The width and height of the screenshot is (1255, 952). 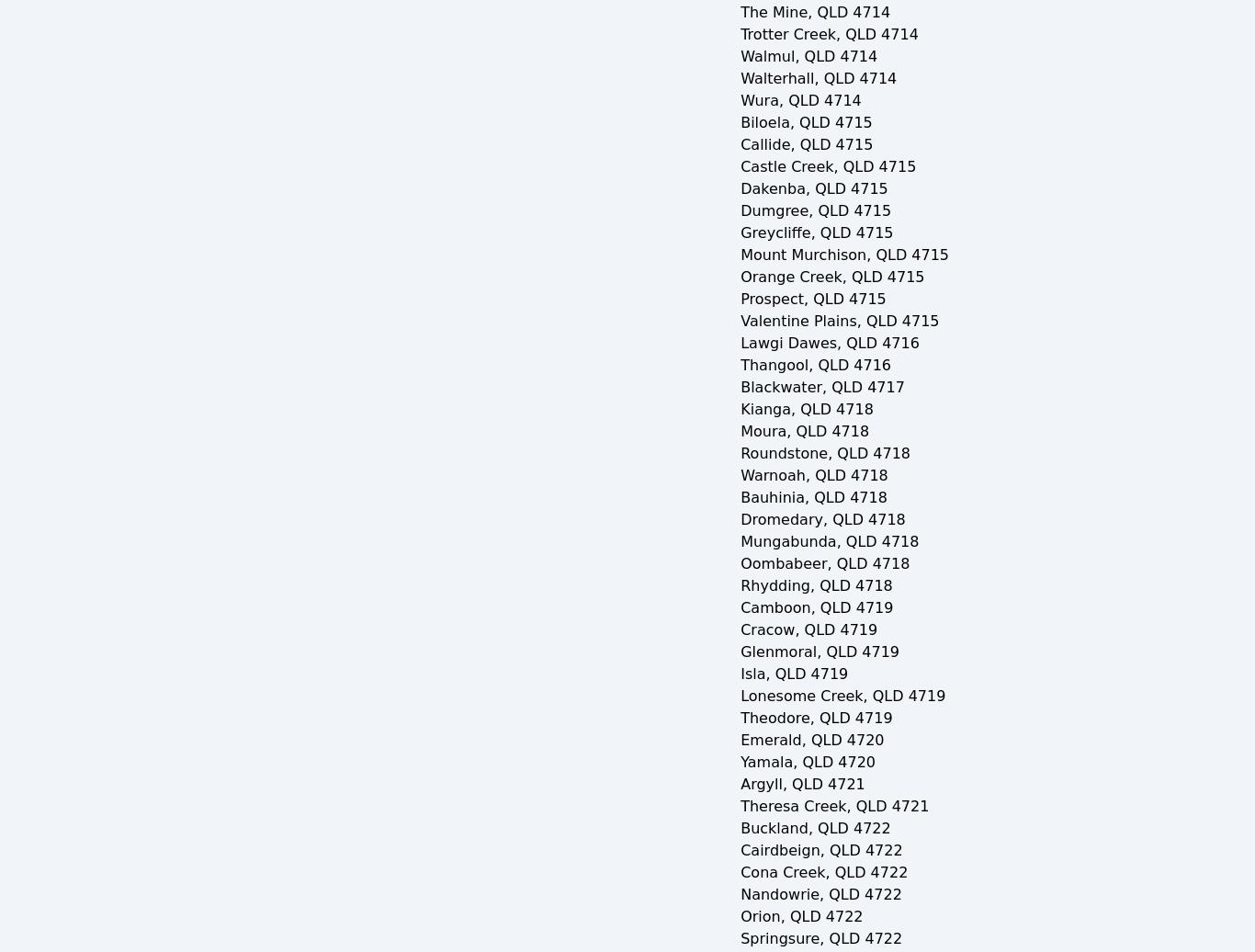 What do you see at coordinates (739, 387) in the screenshot?
I see `'Blackwater, QLD 4717'` at bounding box center [739, 387].